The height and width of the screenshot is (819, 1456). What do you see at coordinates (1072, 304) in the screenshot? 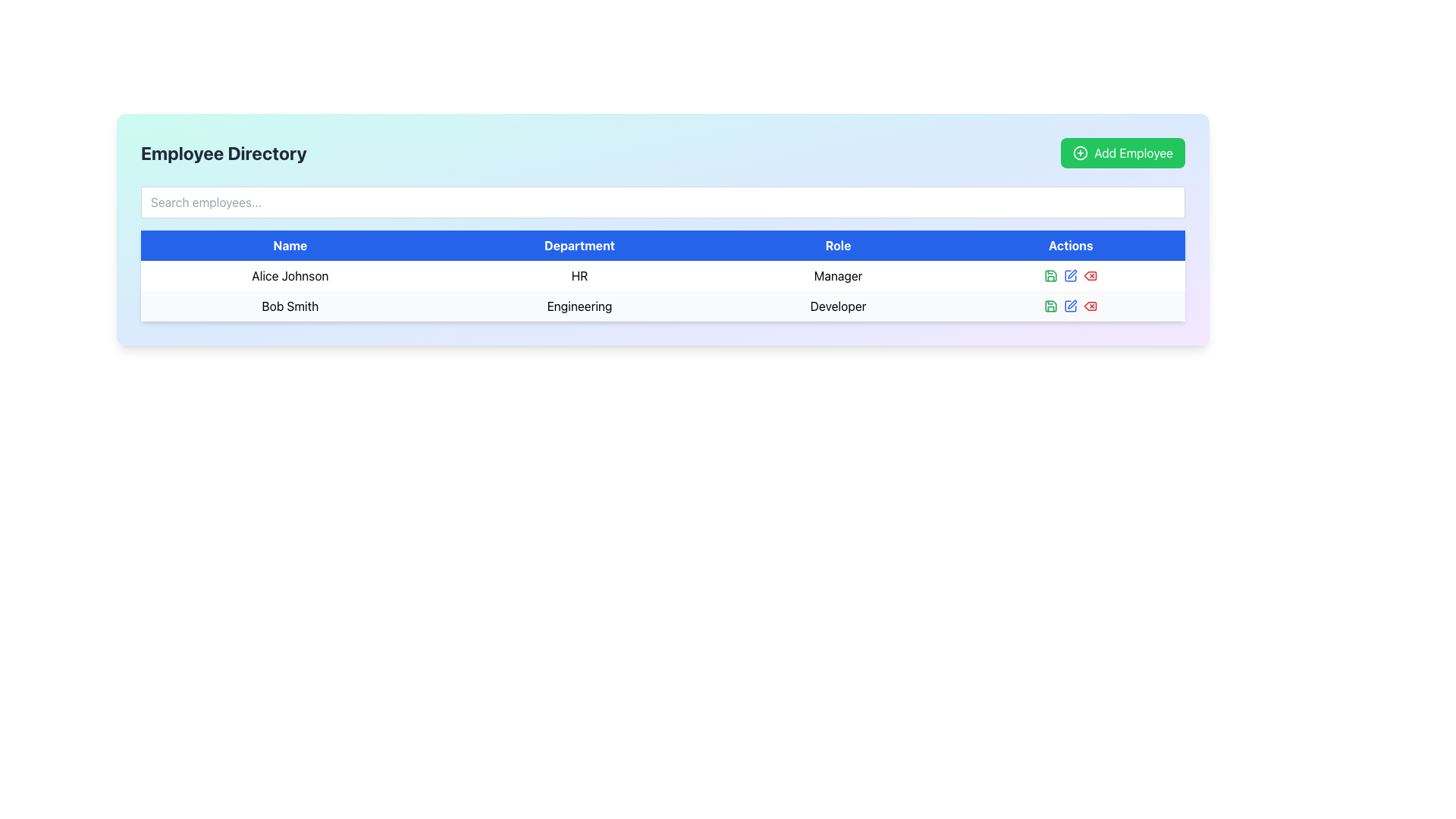
I see `the pen icon located in the 'Actions' column of the second row in the table, to the right of the 'Developer' role` at bounding box center [1072, 304].